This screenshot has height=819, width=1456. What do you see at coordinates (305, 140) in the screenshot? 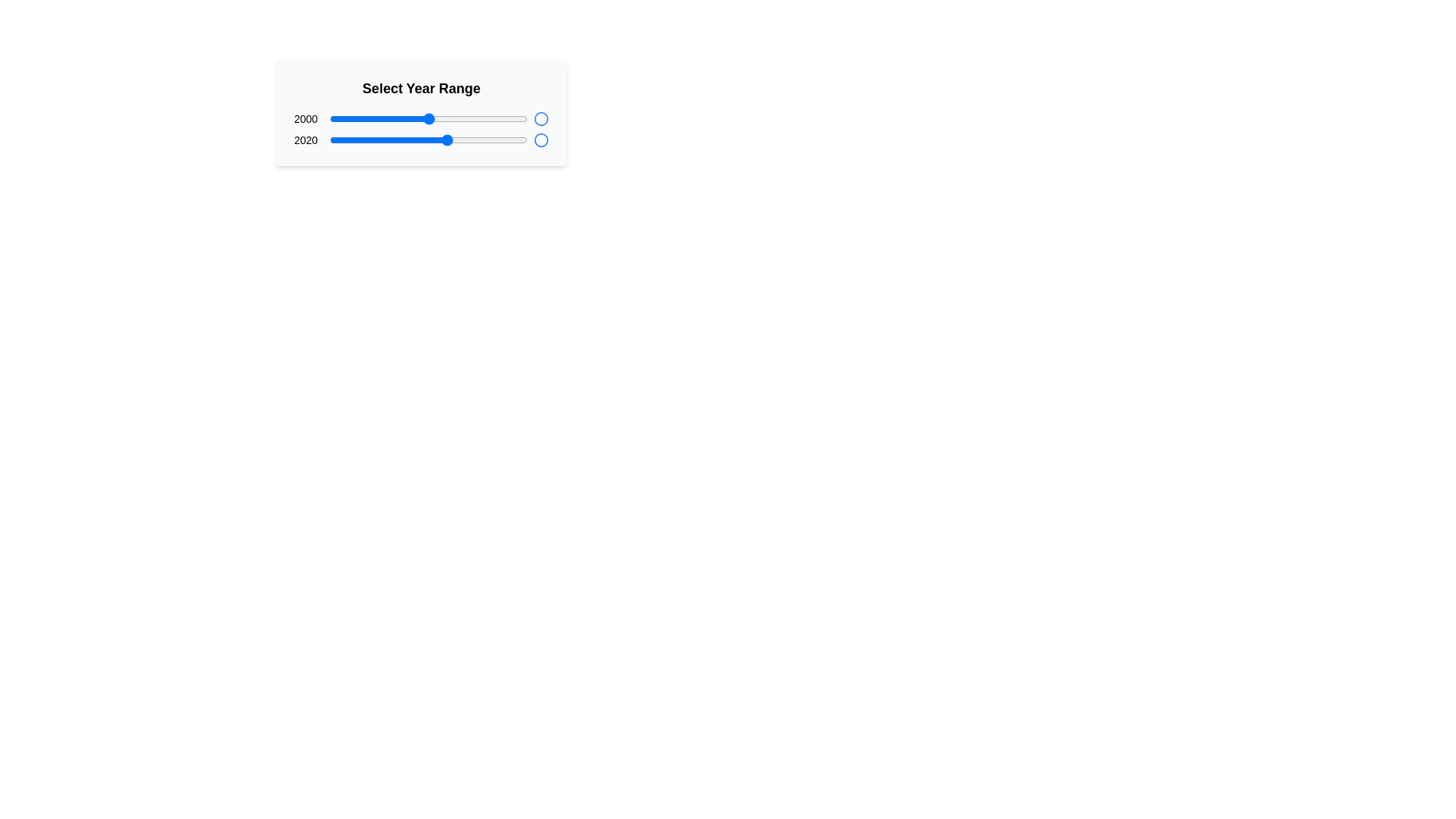
I see `the static text displaying the year '2020' which is positioned to the left of a horizontal slider` at bounding box center [305, 140].